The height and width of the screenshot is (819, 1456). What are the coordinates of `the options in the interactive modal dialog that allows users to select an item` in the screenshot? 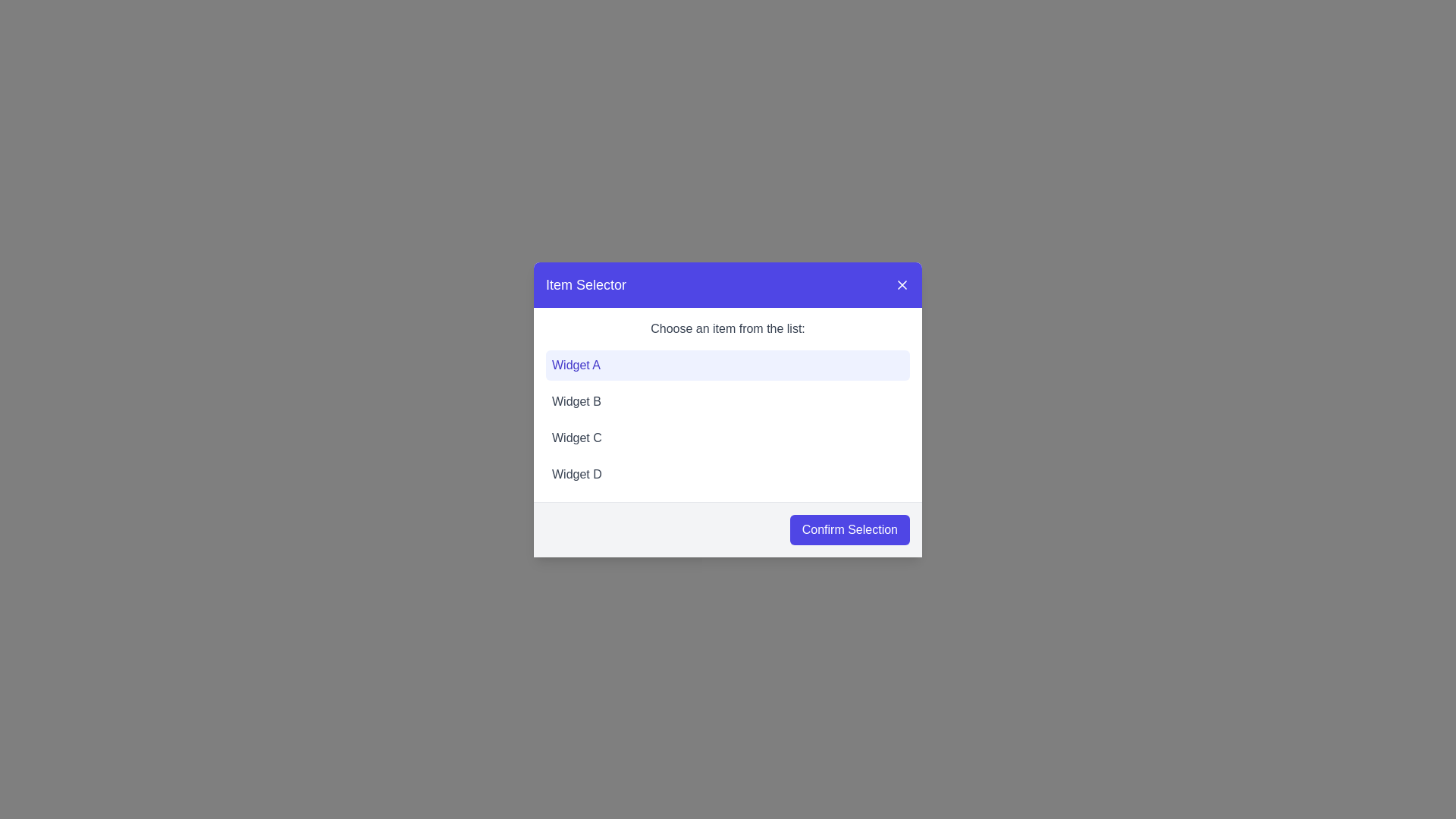 It's located at (728, 409).